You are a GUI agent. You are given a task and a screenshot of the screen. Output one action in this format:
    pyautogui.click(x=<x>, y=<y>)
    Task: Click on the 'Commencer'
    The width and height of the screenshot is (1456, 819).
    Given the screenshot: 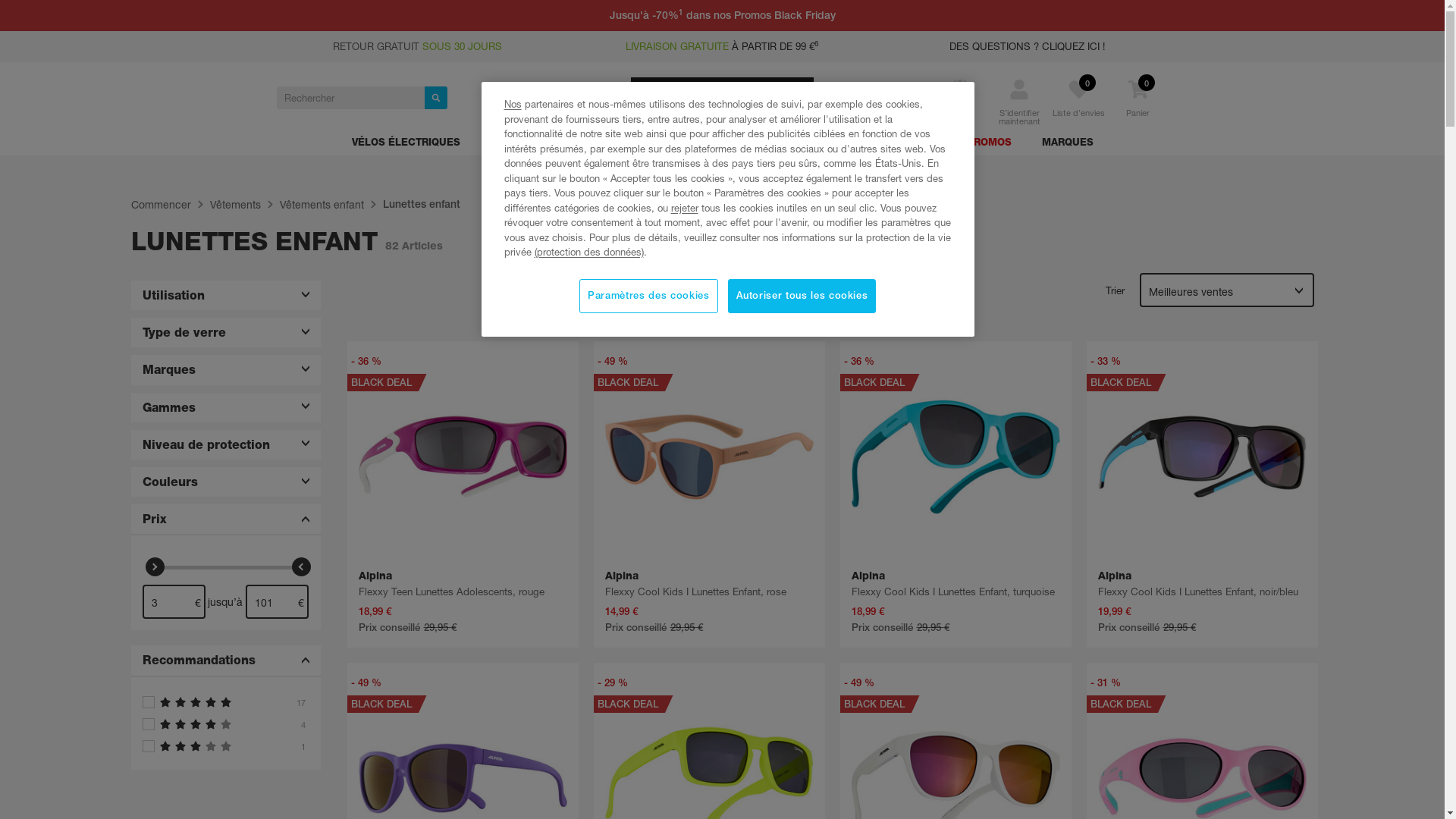 What is the action you would take?
    pyautogui.click(x=160, y=205)
    